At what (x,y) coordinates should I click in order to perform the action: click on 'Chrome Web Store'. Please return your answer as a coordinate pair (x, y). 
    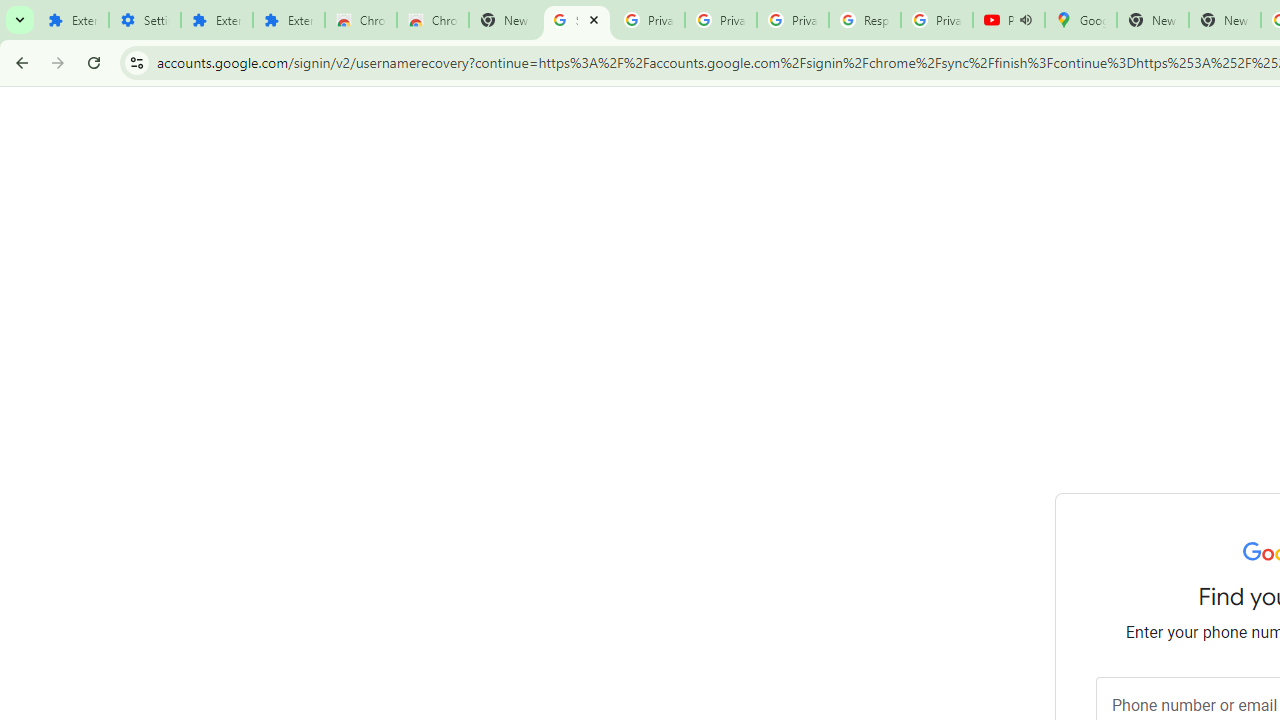
    Looking at the image, I should click on (360, 20).